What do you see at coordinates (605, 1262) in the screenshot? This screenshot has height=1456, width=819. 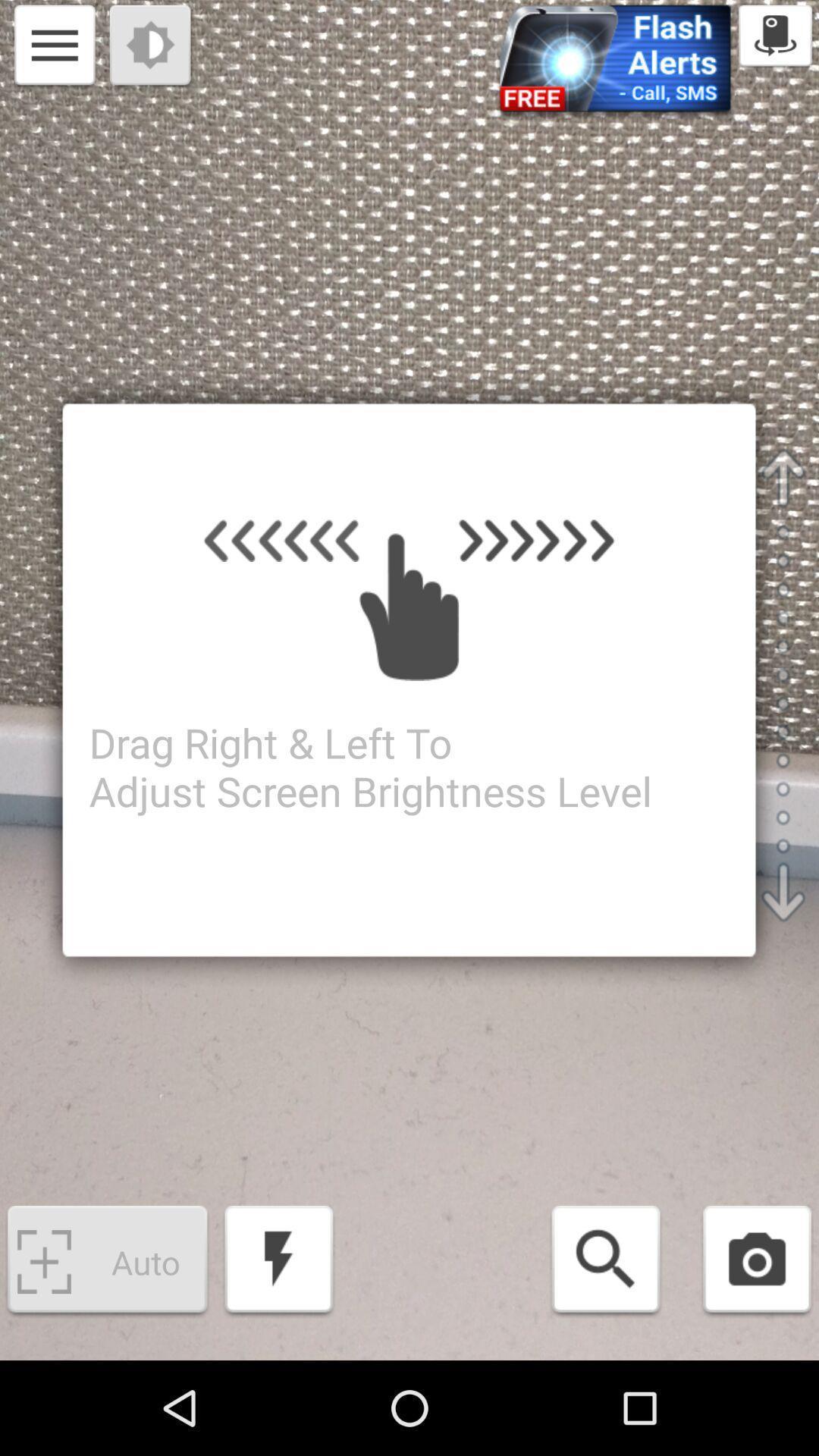 I see `app below the drag right left` at bounding box center [605, 1262].